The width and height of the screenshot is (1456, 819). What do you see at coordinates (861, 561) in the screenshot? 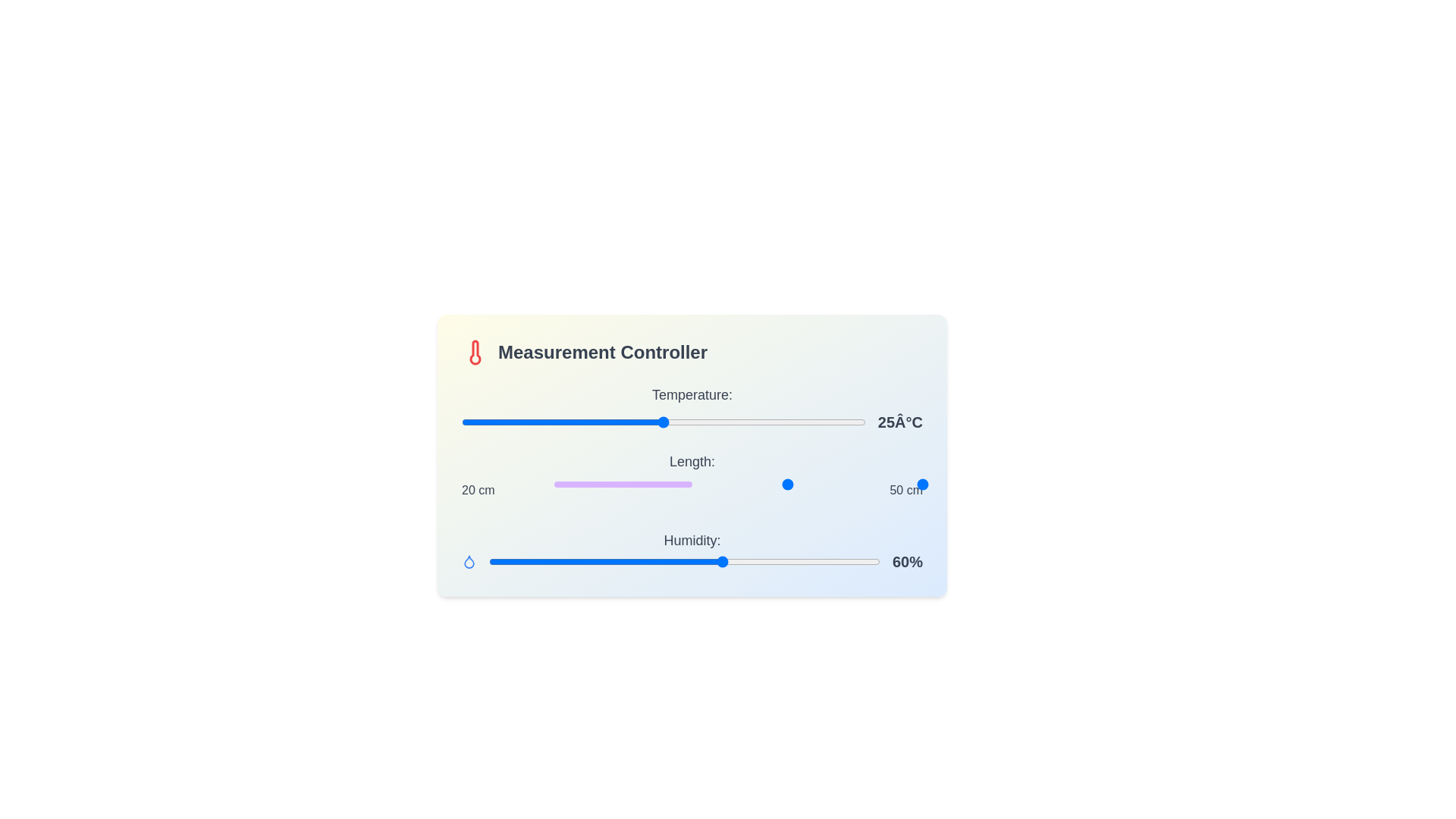
I see `the humidity level` at bounding box center [861, 561].